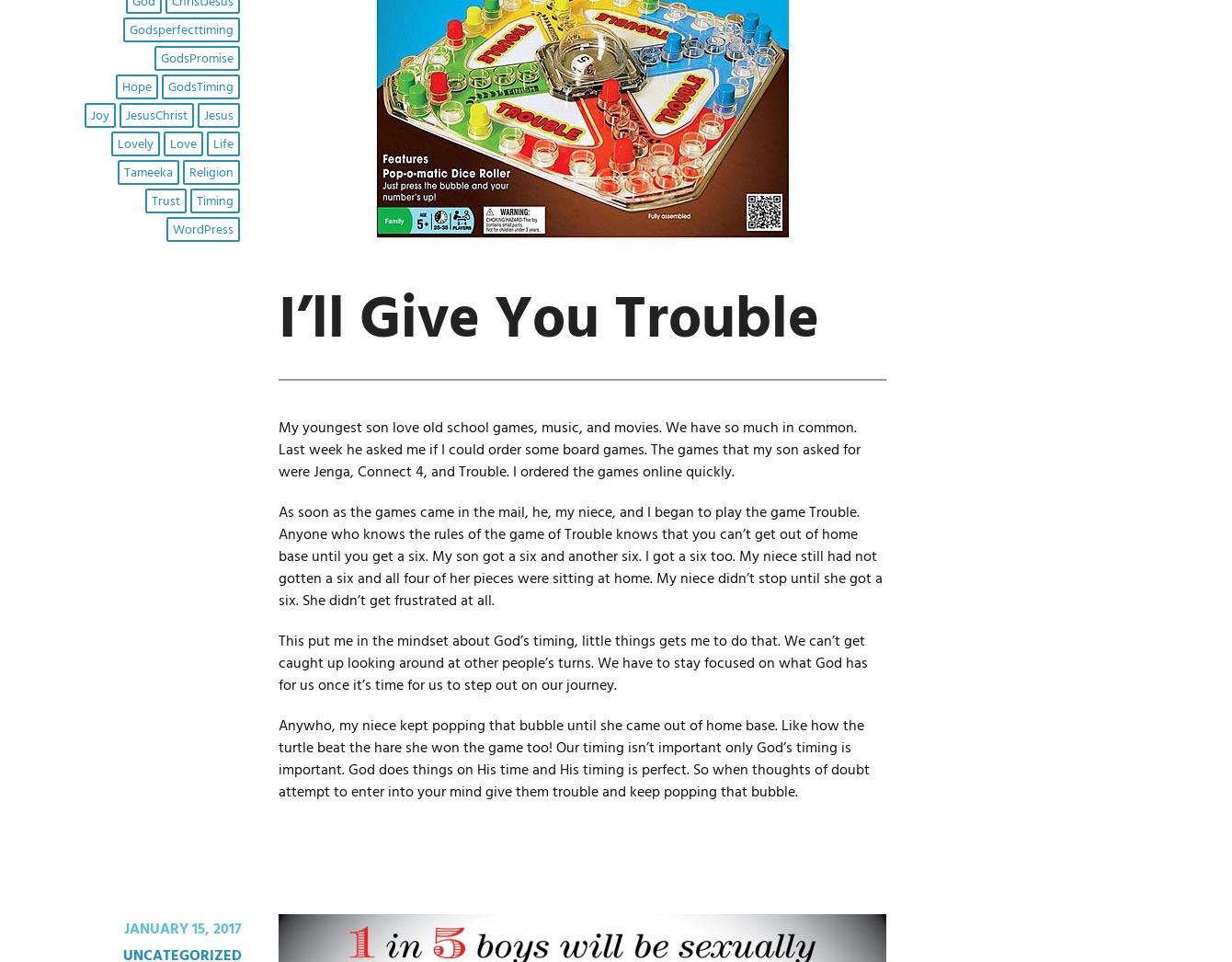 This screenshot has height=962, width=1232. Describe the element at coordinates (578, 556) in the screenshot. I see `'As soon as the games came in the mail, he, my niece, and I began to play the game Trouble. Anyone who knows the rules of the game of Trouble knows that you can’t get out of home base until you get a six. My son got a six and another six. I got a six too. My niece still had not gotten a six and all four of her pieces were sitting at home. My niece didn’t stop until she got a six. She didn’t get frustrated at all.'` at that location.